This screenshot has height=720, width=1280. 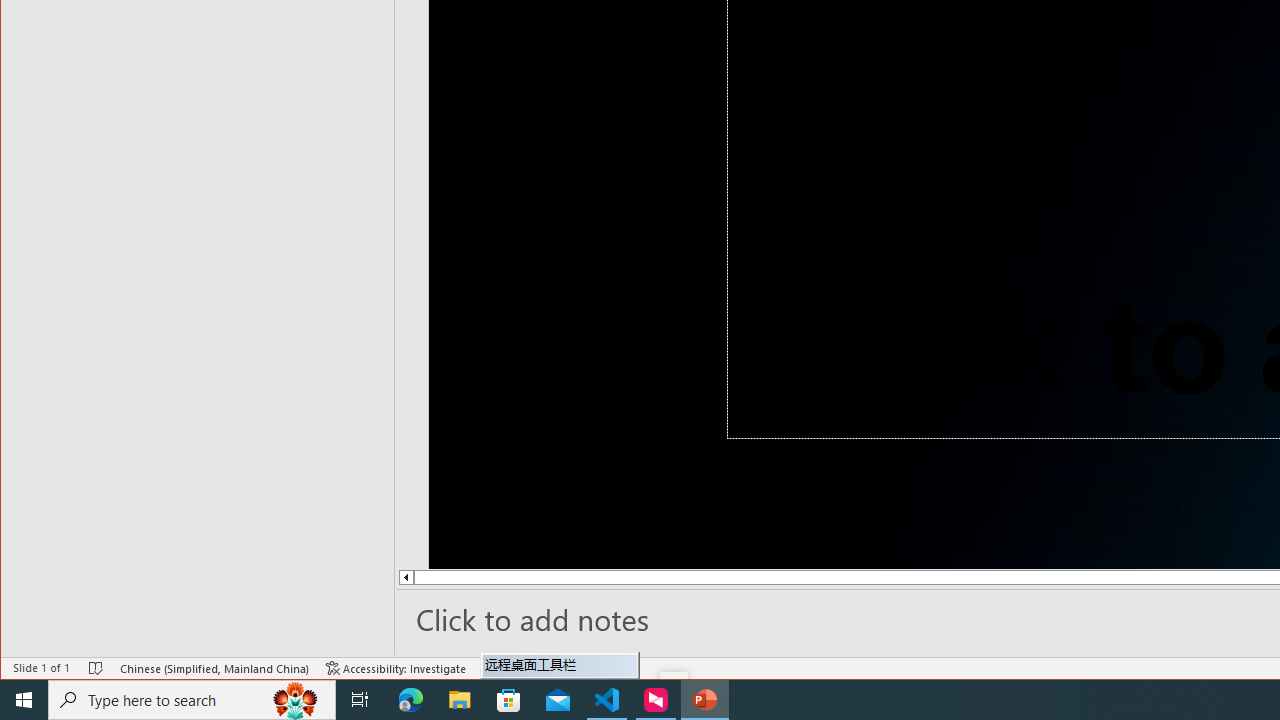 What do you see at coordinates (606, 698) in the screenshot?
I see `'Visual Studio Code - 1 running window'` at bounding box center [606, 698].